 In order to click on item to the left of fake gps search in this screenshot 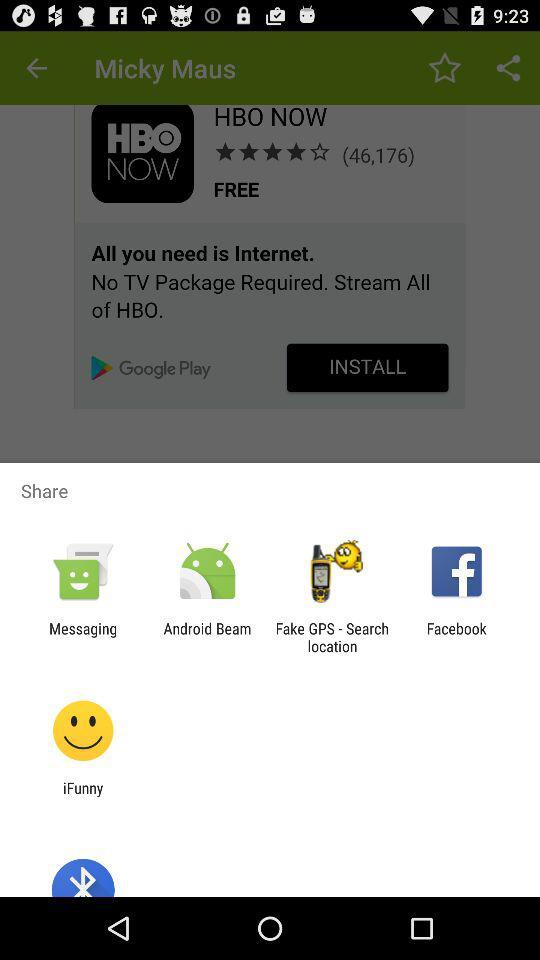, I will do `click(206, 636)`.